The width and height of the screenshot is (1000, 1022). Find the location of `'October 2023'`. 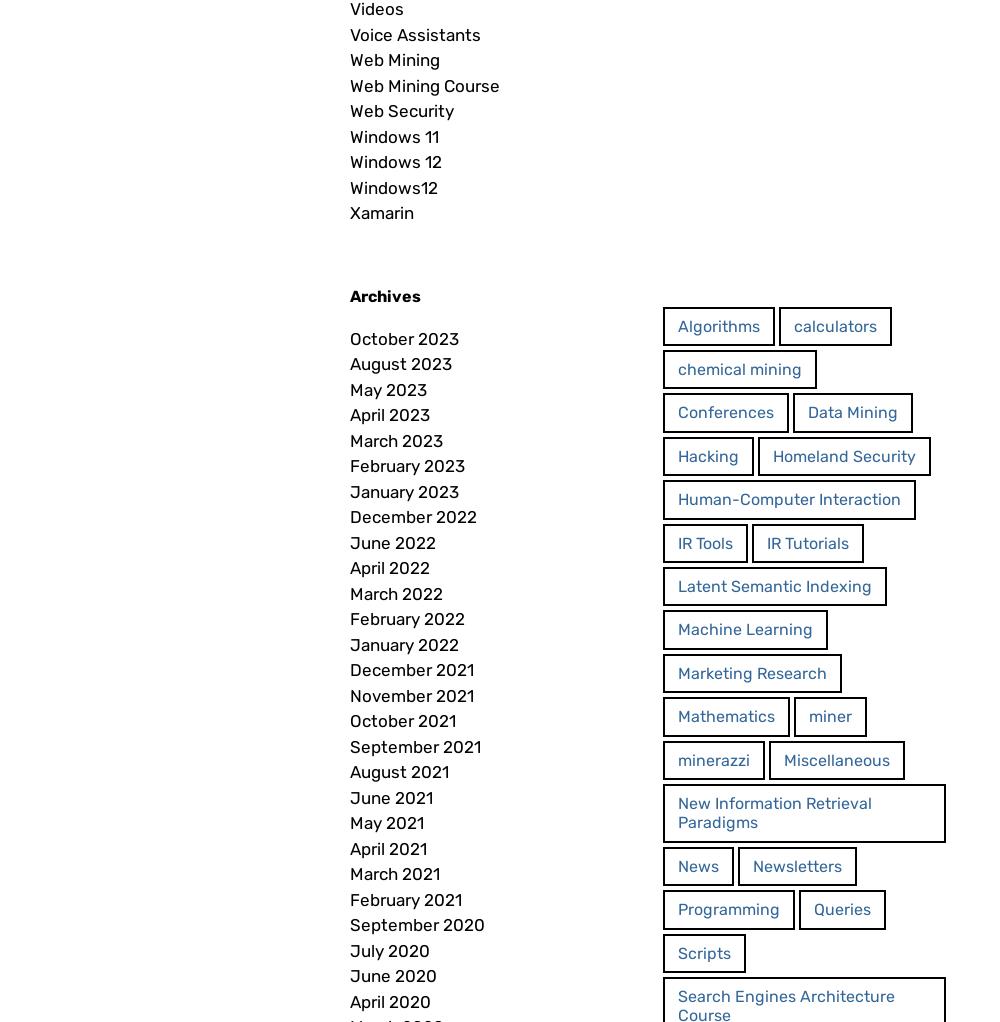

'October 2023' is located at coordinates (404, 337).